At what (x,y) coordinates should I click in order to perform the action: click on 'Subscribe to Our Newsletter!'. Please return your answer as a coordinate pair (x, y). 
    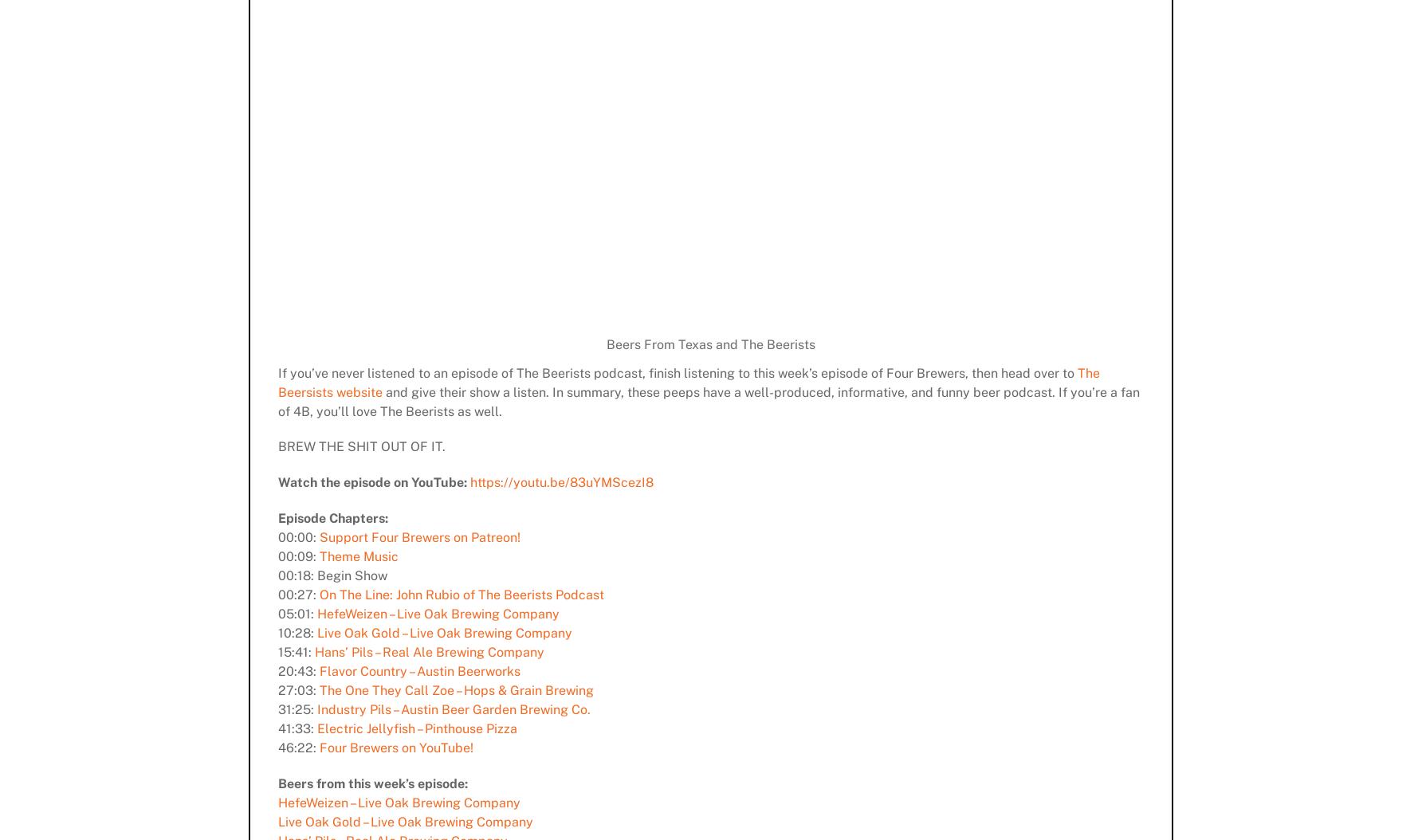
    Looking at the image, I should click on (877, 661).